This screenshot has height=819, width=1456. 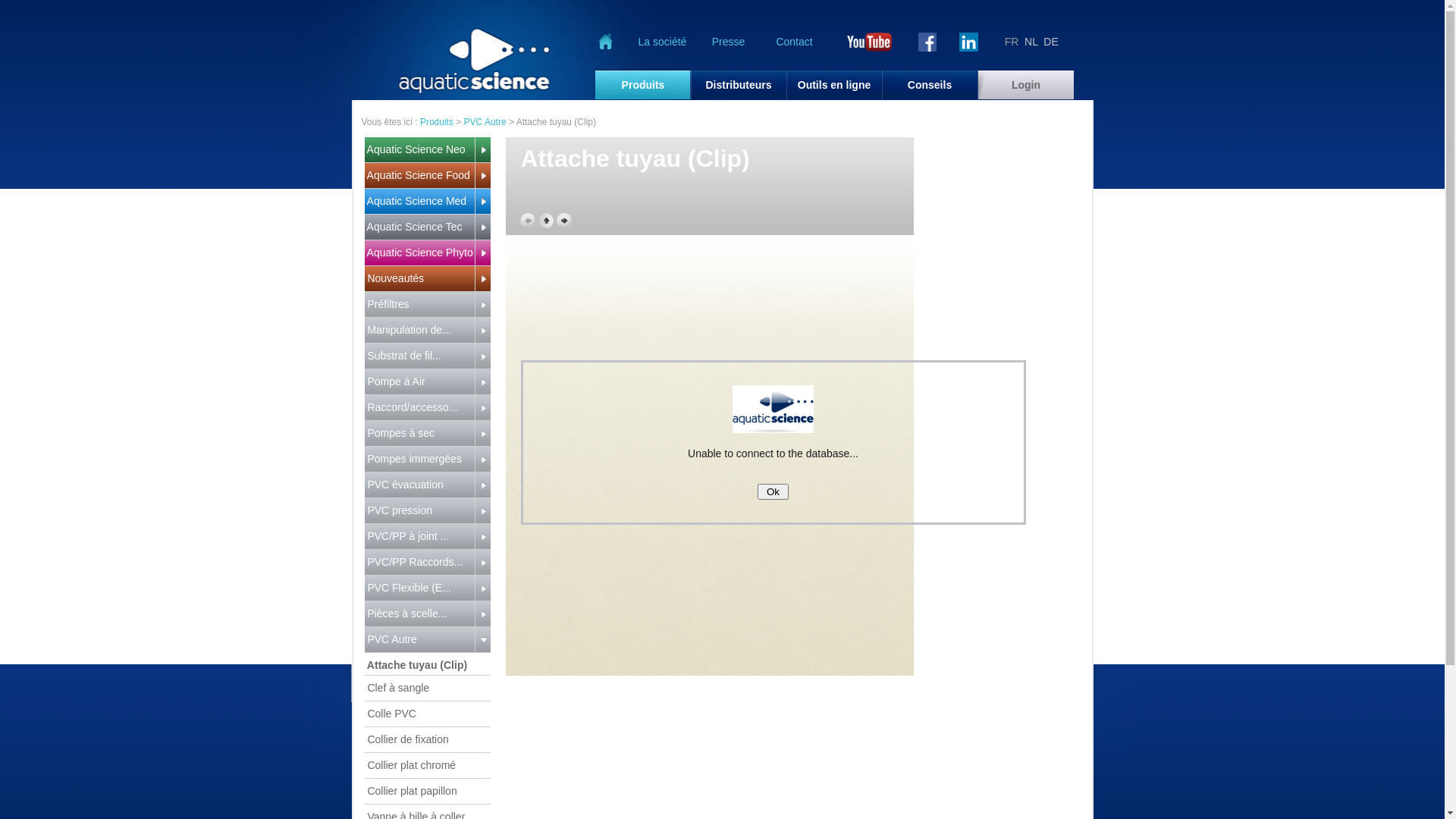 I want to click on 'Contact', so click(x=793, y=40).